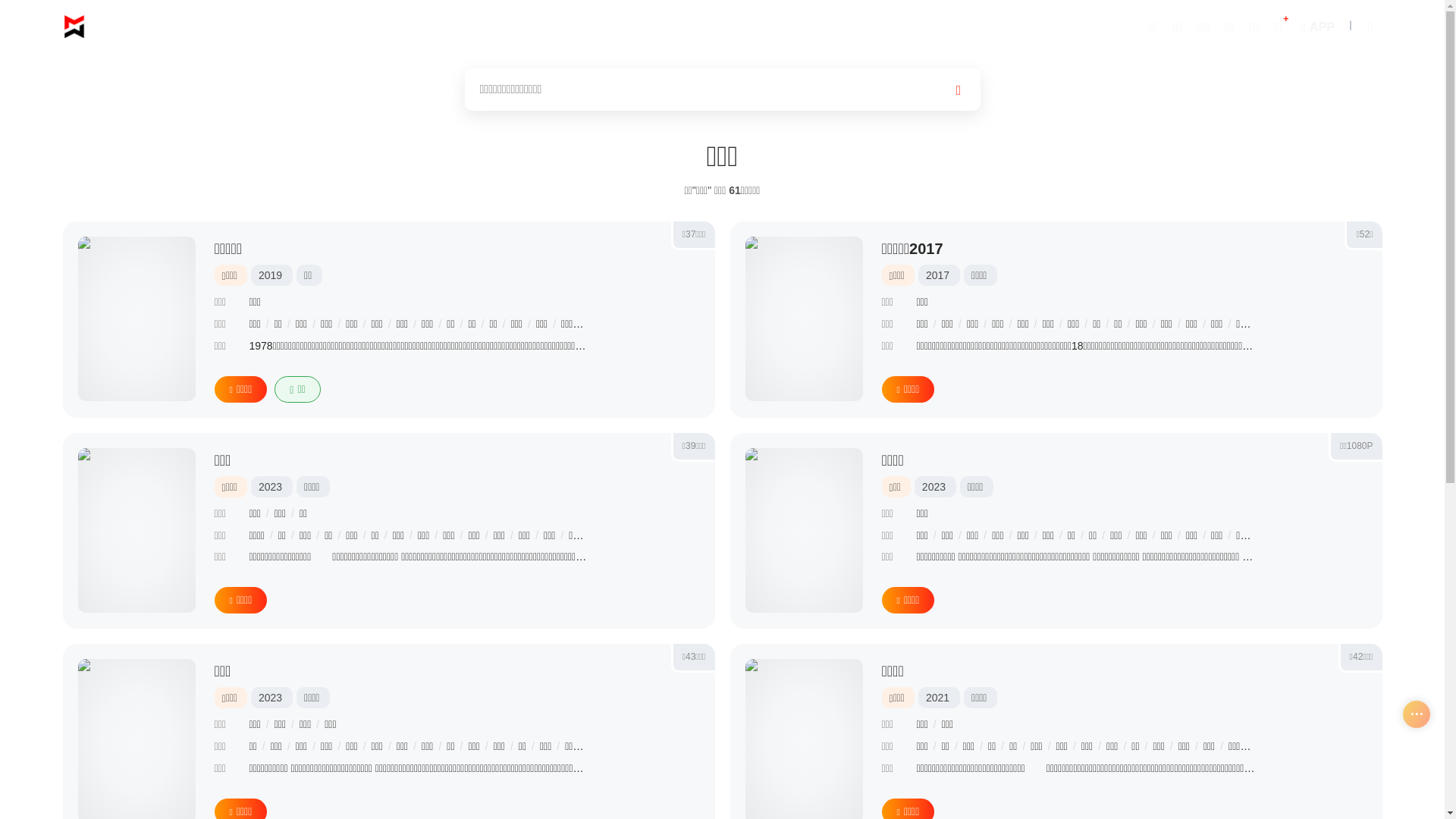 The width and height of the screenshot is (1456, 819). I want to click on '2017', so click(937, 275).